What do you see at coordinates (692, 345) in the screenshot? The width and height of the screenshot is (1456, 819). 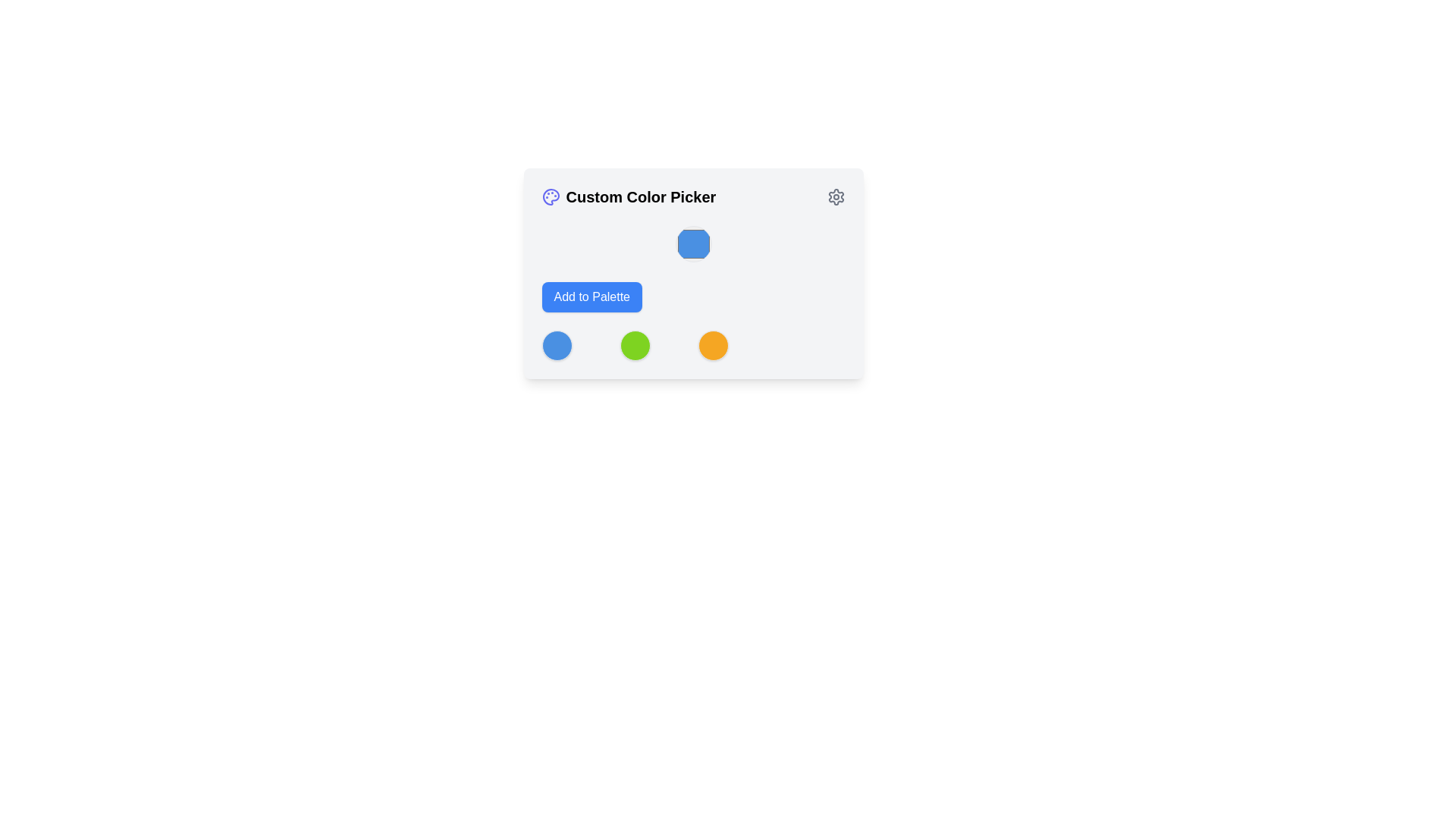 I see `the blue, green, and orange circles in the Interactive color selection grid located in the bottom section of the 'Custom Color Picker'` at bounding box center [692, 345].